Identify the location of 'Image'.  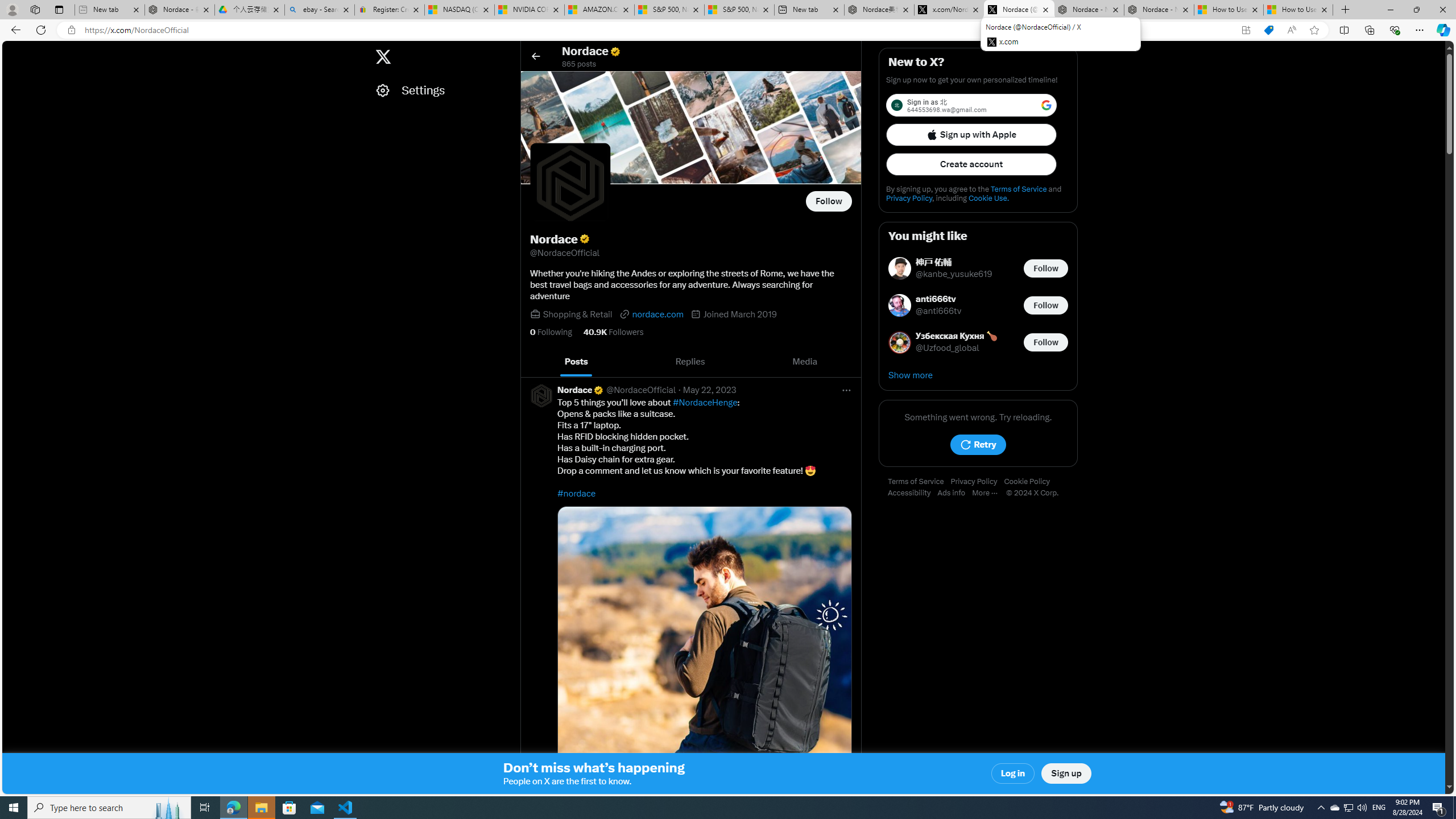
(705, 653).